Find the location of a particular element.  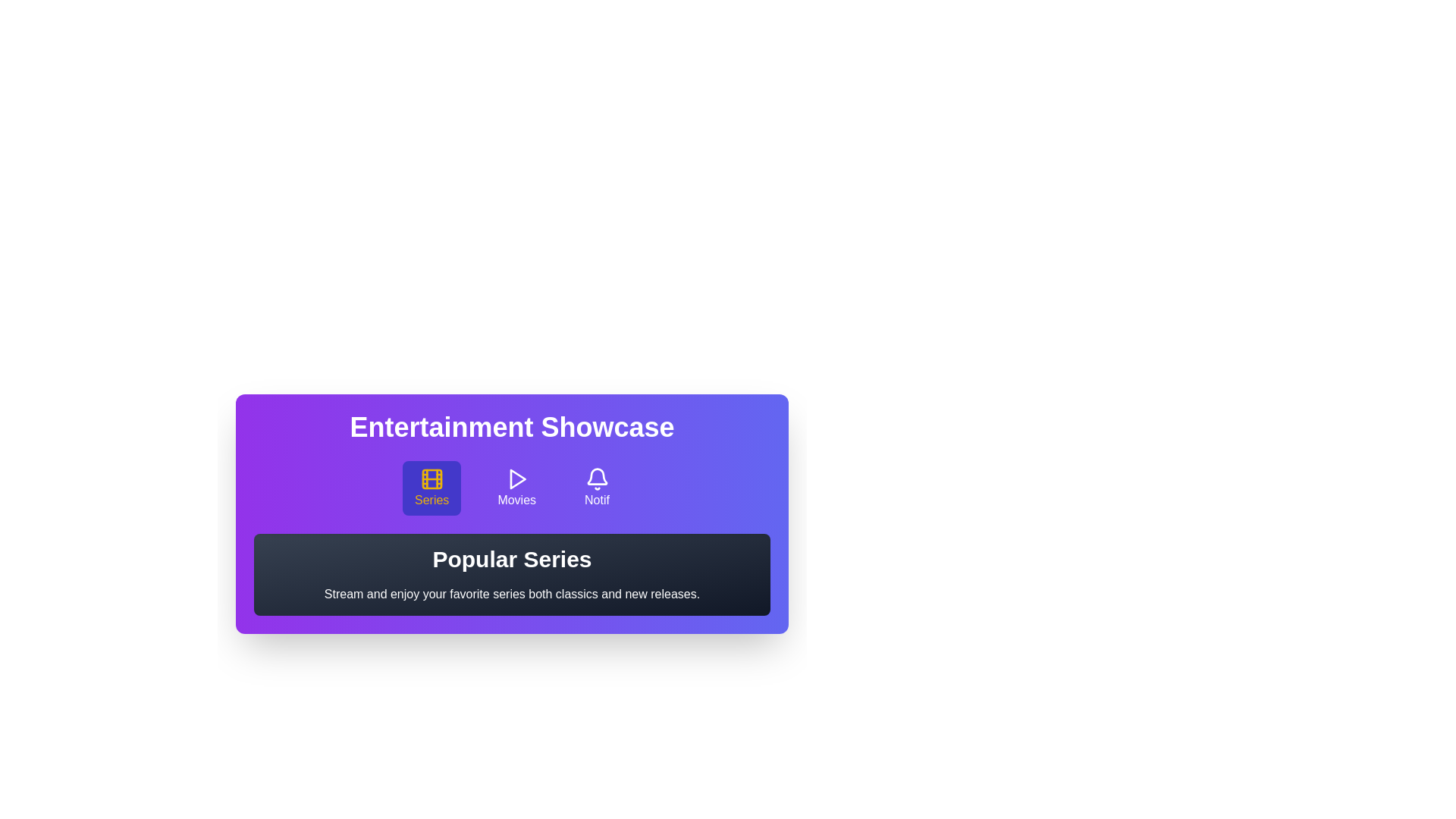

SVG shape that is part of the film strip icon located at the top-left corner of its bounding box for debugging purposes is located at coordinates (431, 479).